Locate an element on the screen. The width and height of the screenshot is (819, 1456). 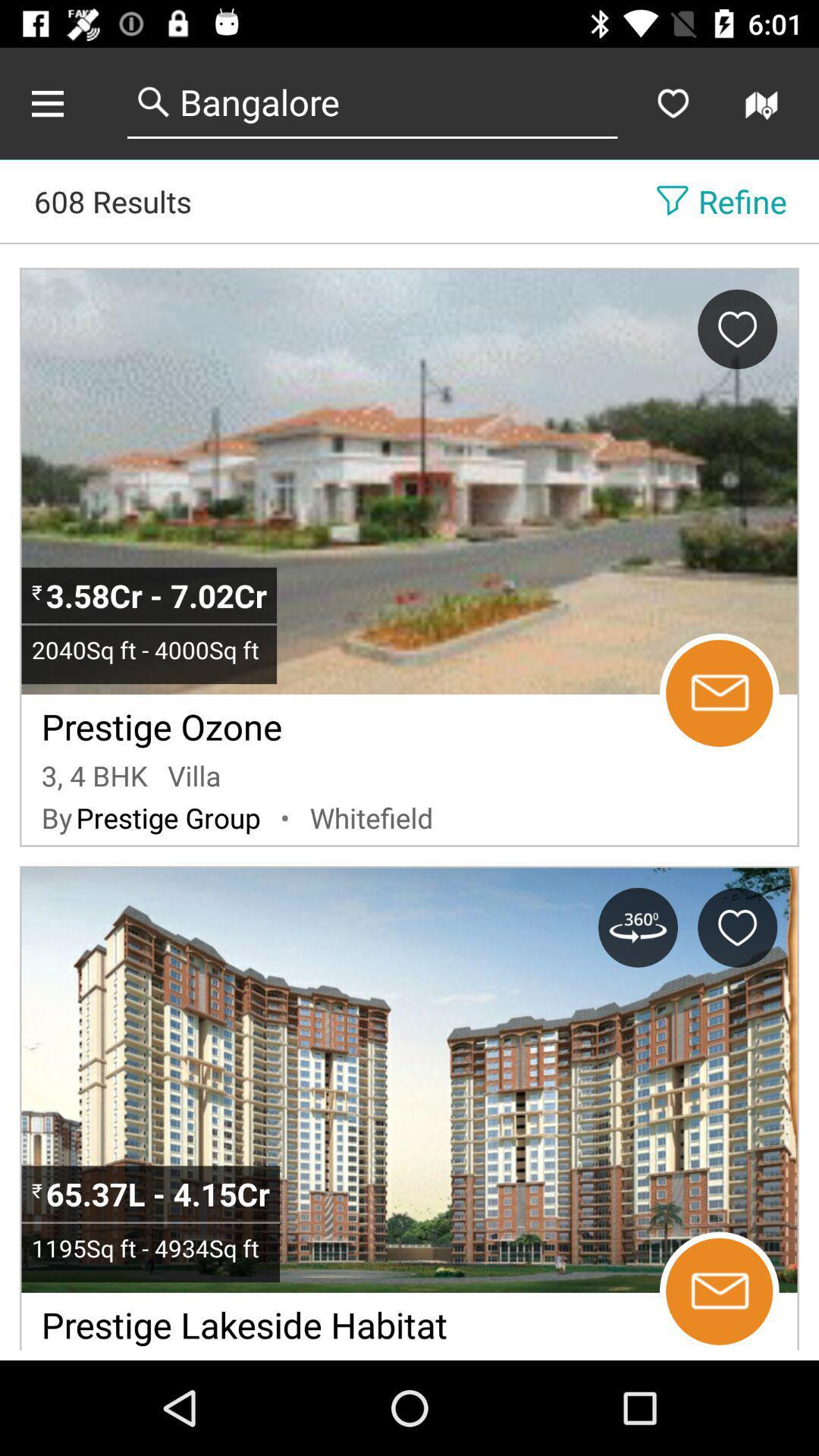
location is located at coordinates (736, 927).